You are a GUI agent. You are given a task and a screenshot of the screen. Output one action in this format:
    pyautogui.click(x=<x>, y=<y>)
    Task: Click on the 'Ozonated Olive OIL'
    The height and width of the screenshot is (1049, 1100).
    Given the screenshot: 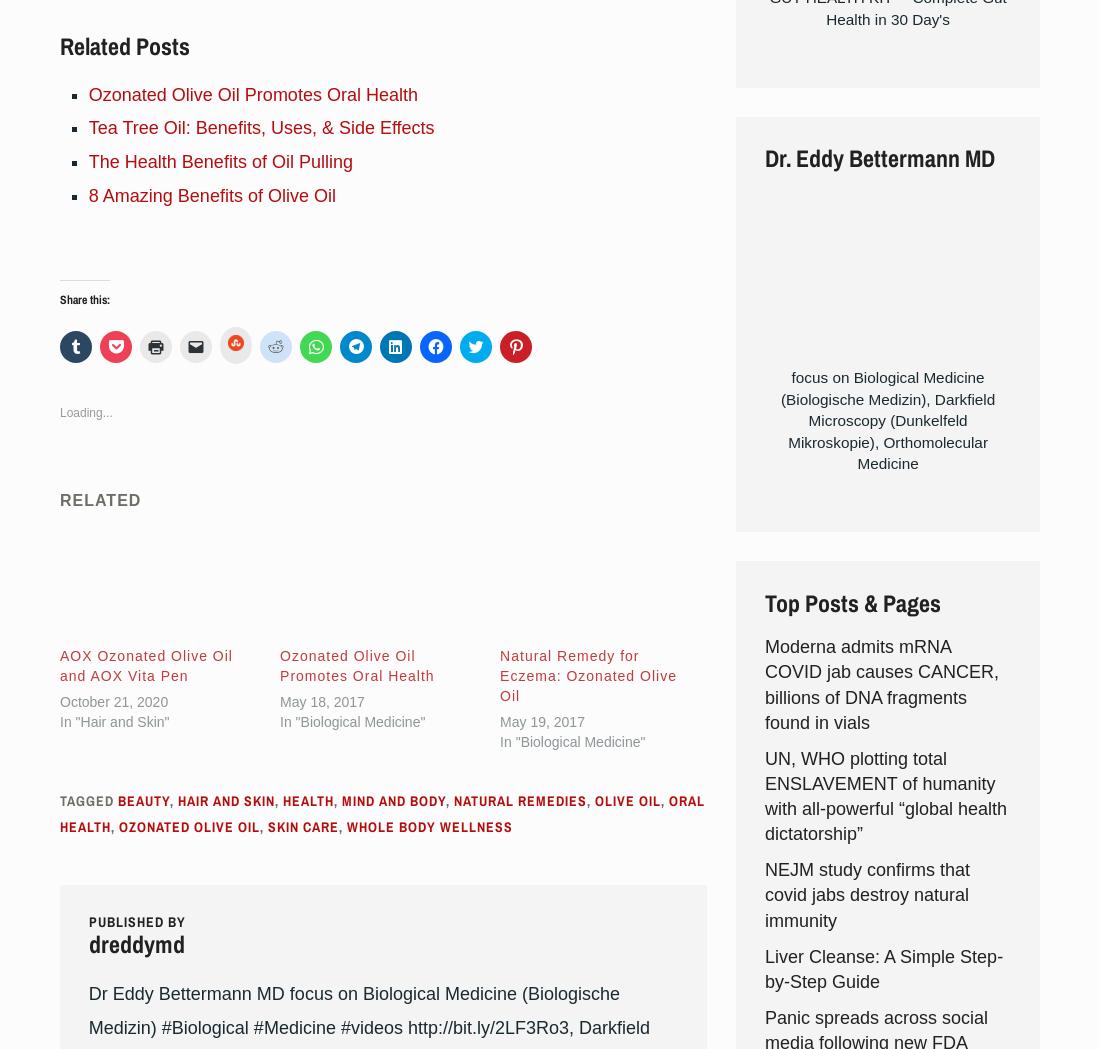 What is the action you would take?
    pyautogui.click(x=188, y=824)
    